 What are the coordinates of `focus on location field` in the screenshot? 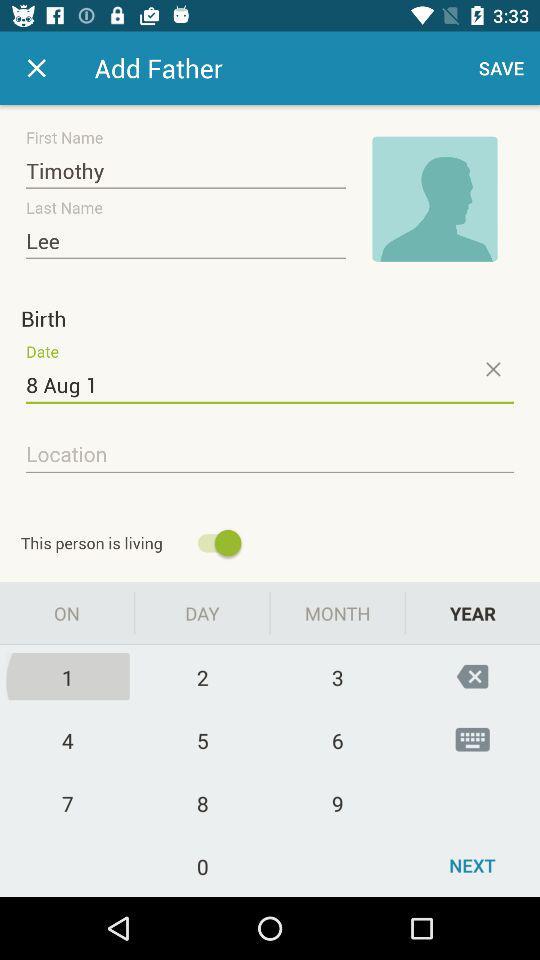 It's located at (270, 455).